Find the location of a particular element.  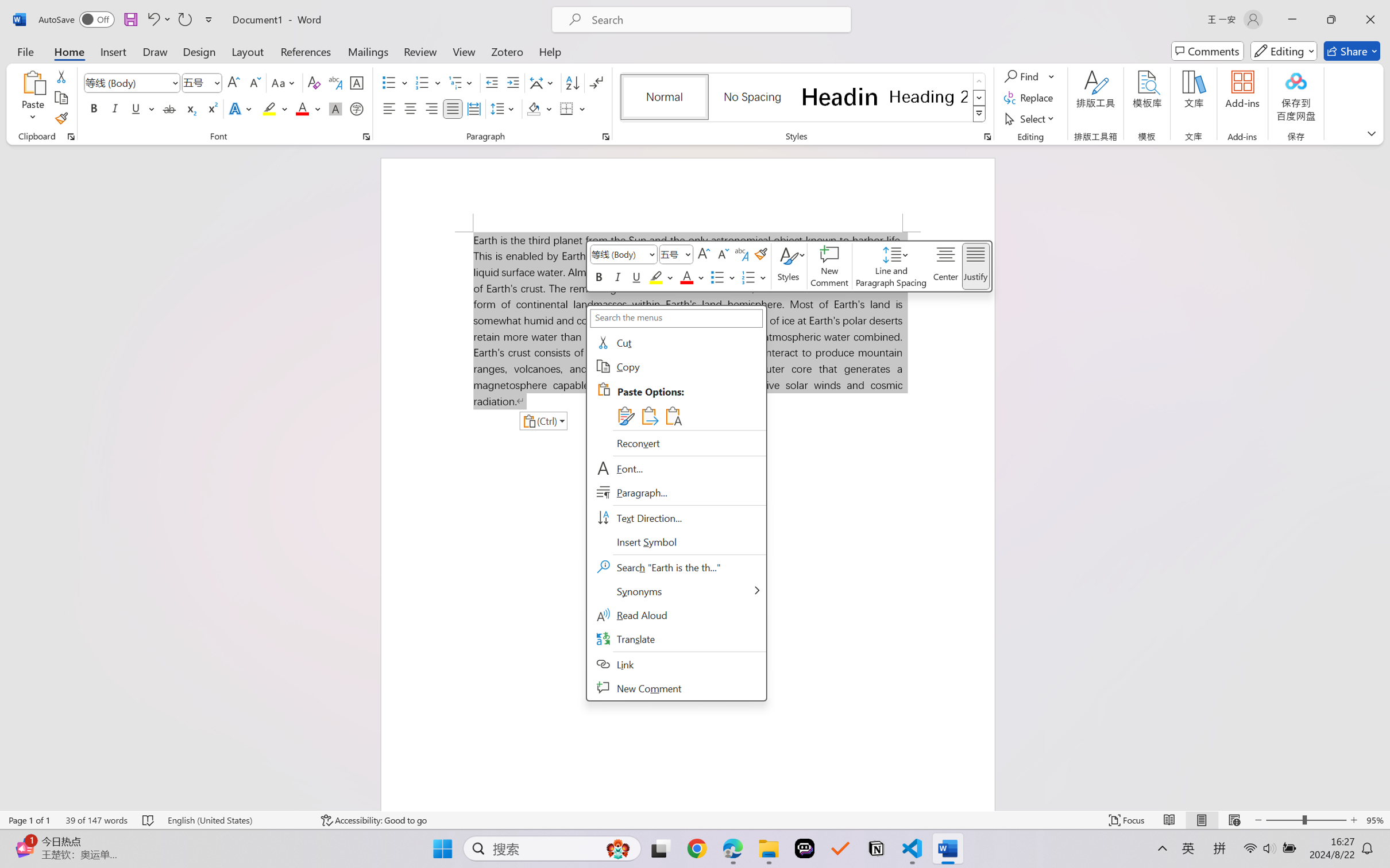

'Synonyms' is located at coordinates (676, 591).